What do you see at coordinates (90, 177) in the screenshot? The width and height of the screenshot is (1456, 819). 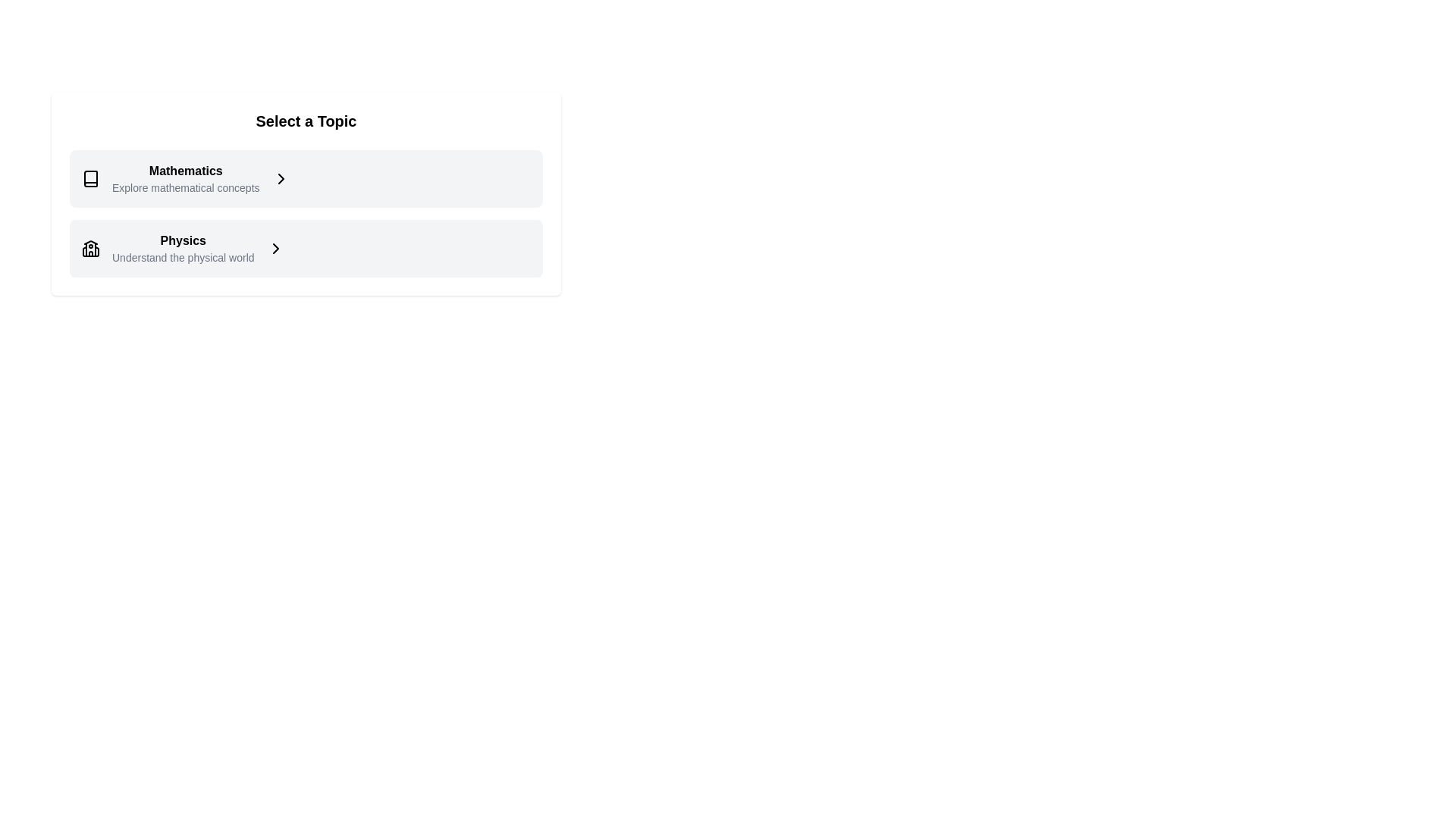 I see `the book icon SVG graphic located to the left of the 'Mathematics' text option in the list of topics` at bounding box center [90, 177].